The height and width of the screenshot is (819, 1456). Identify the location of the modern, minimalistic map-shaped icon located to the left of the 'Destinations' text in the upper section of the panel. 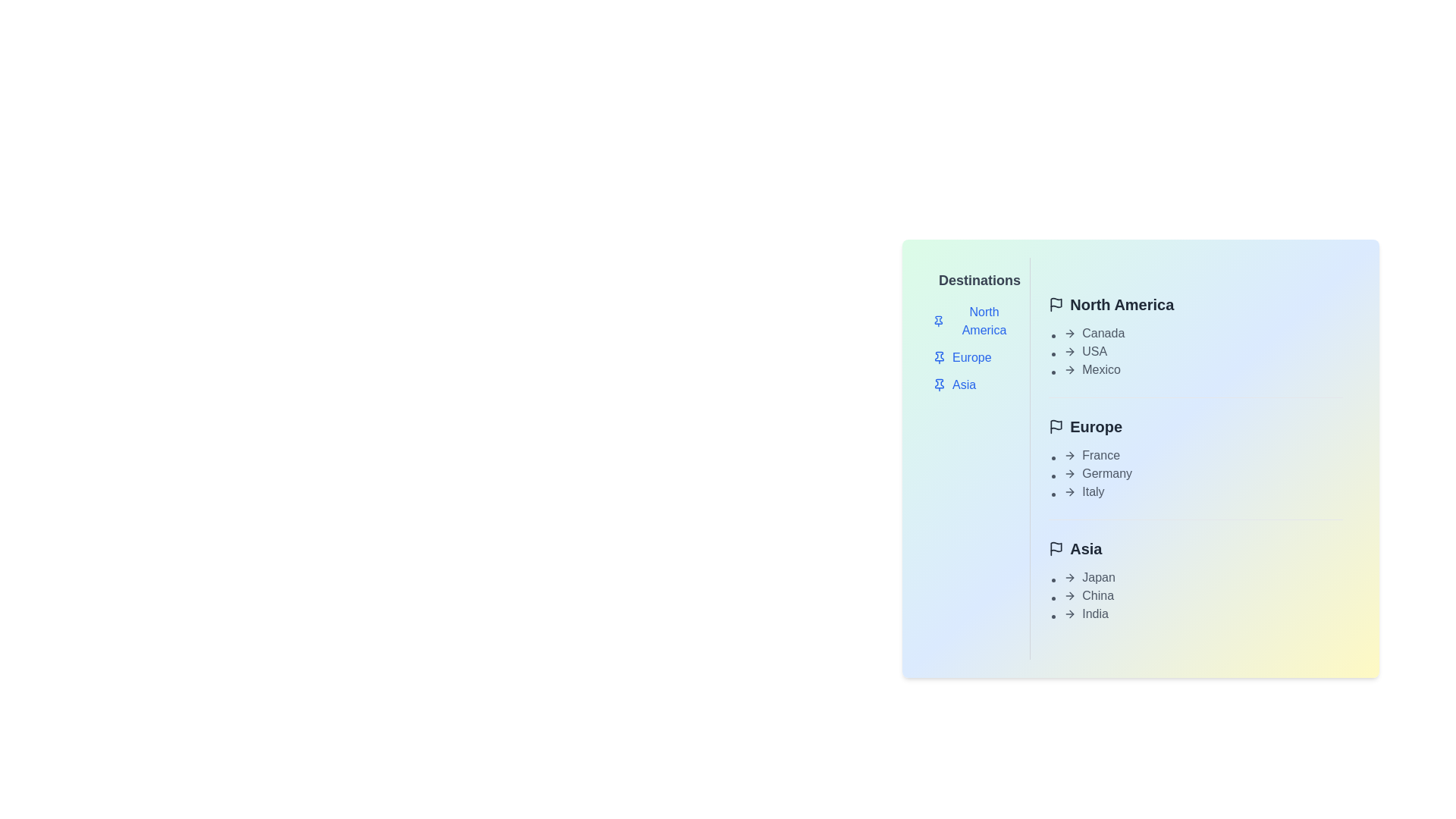
(941, 281).